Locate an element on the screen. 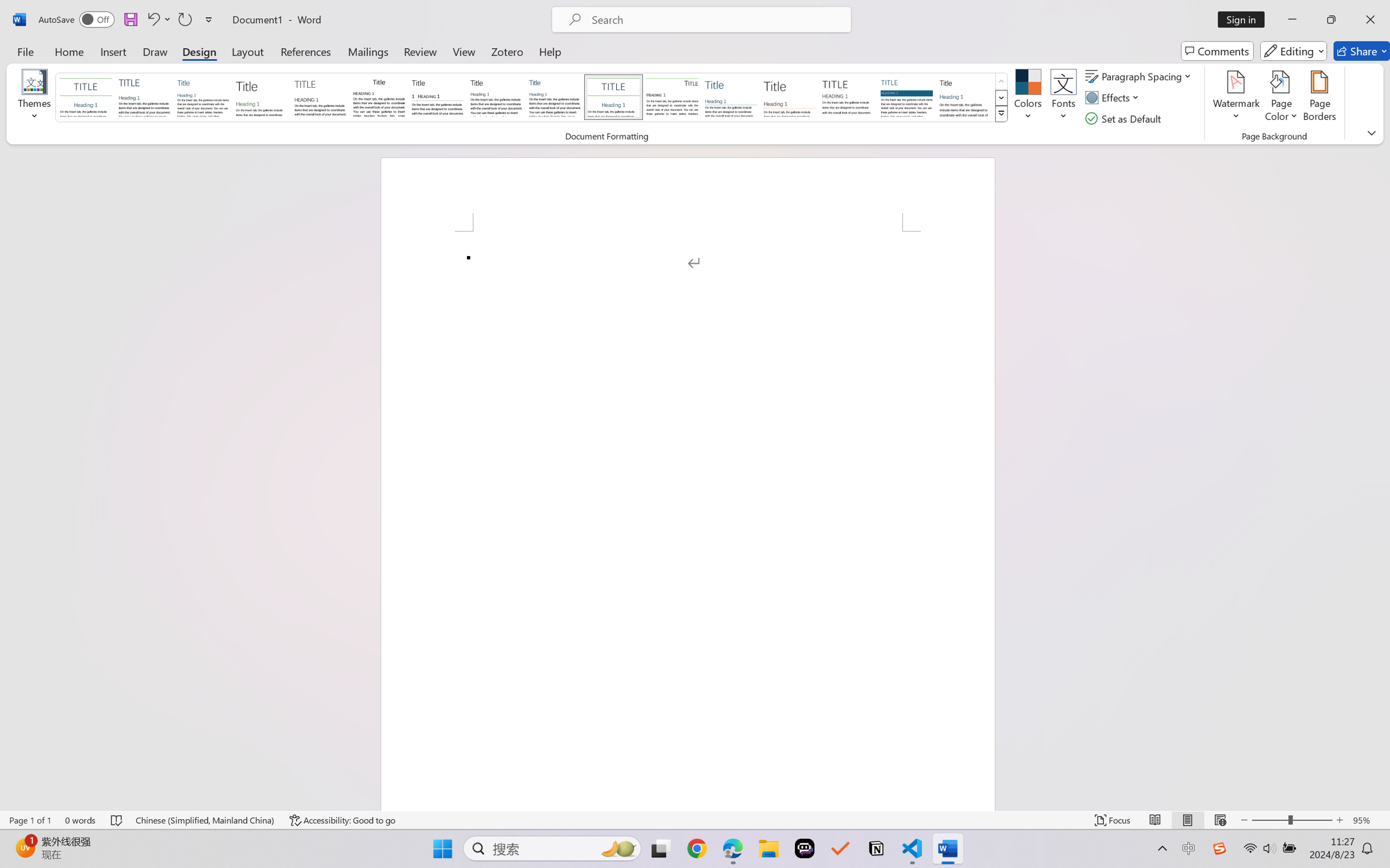 This screenshot has width=1390, height=868. 'Black & White (Numbered)' is located at coordinates (438, 96).